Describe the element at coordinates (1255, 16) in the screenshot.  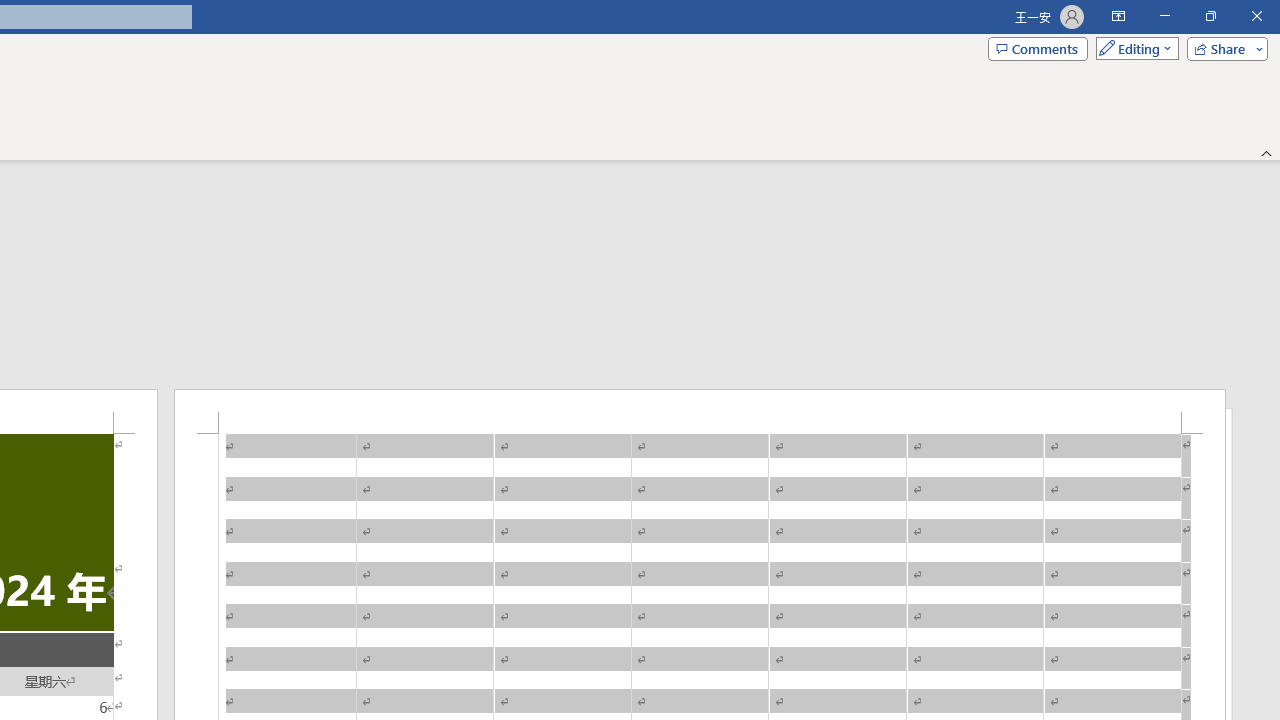
I see `'Close'` at that location.